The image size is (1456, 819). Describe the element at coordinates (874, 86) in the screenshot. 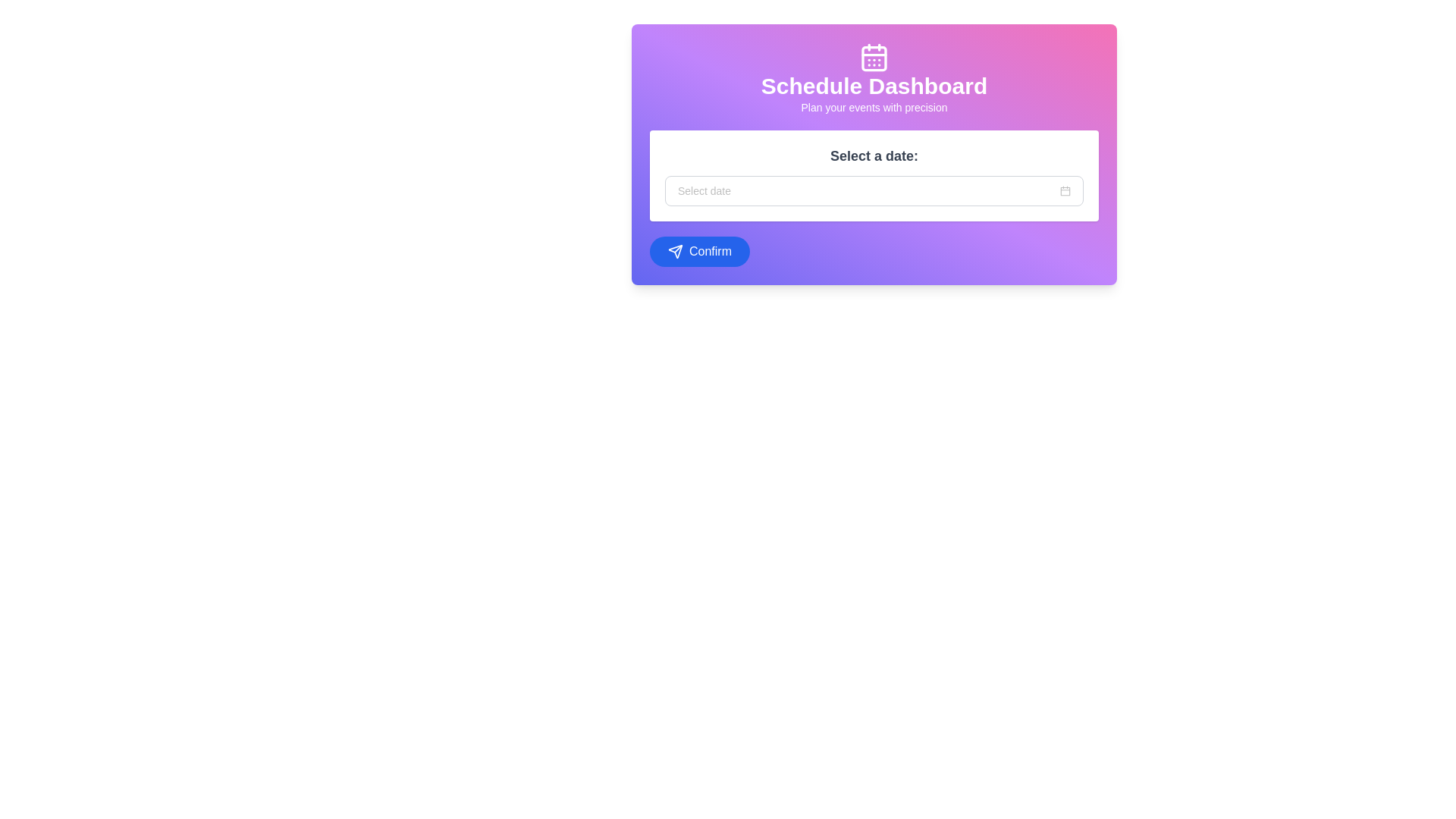

I see `the text label displaying 'Schedule Dashboard', which is bold and large with white text on a pink and purple gradient background, located at the top of the interface below a calendar icon` at that location.